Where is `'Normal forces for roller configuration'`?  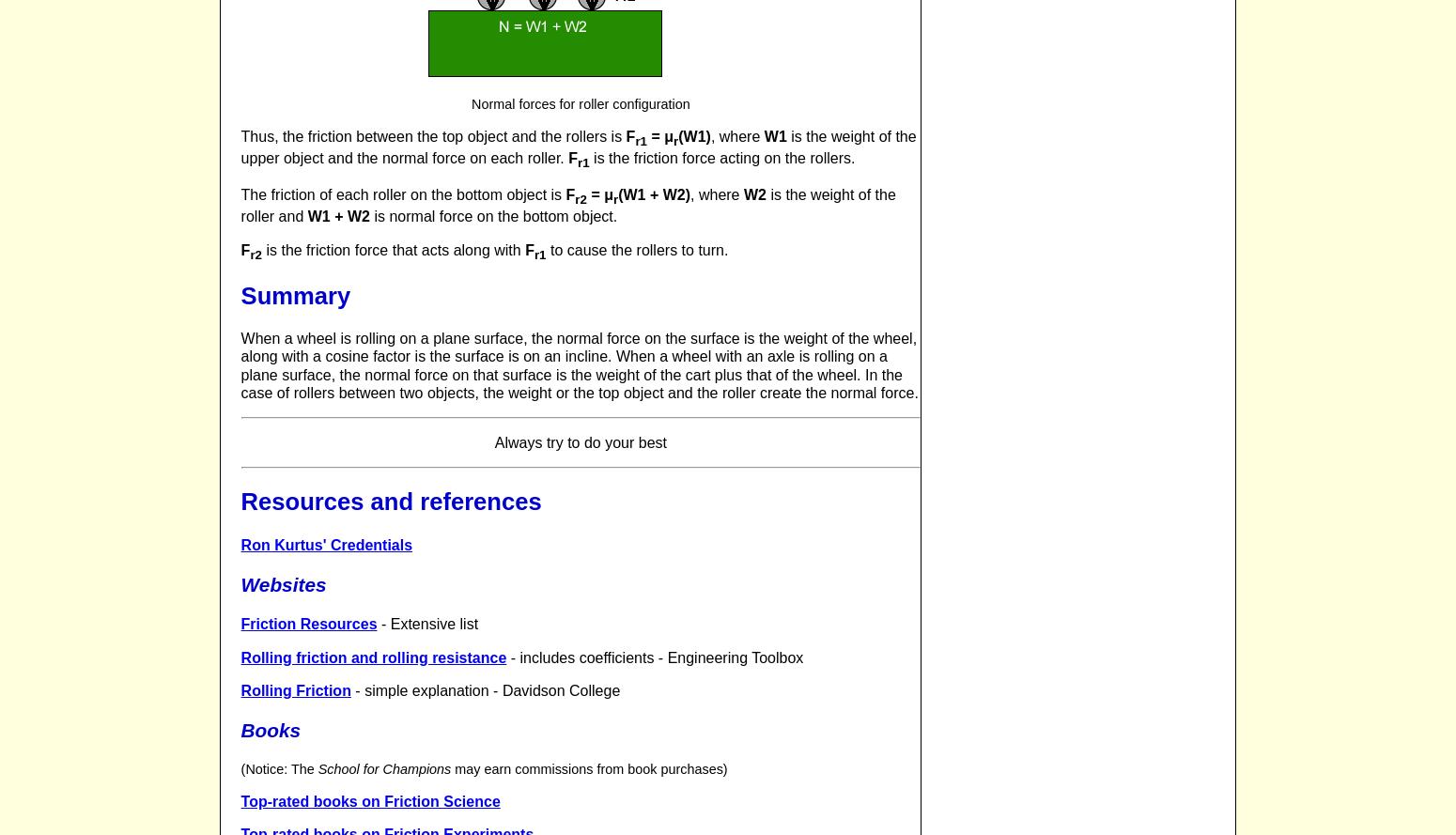 'Normal forces for roller configuration' is located at coordinates (580, 101).